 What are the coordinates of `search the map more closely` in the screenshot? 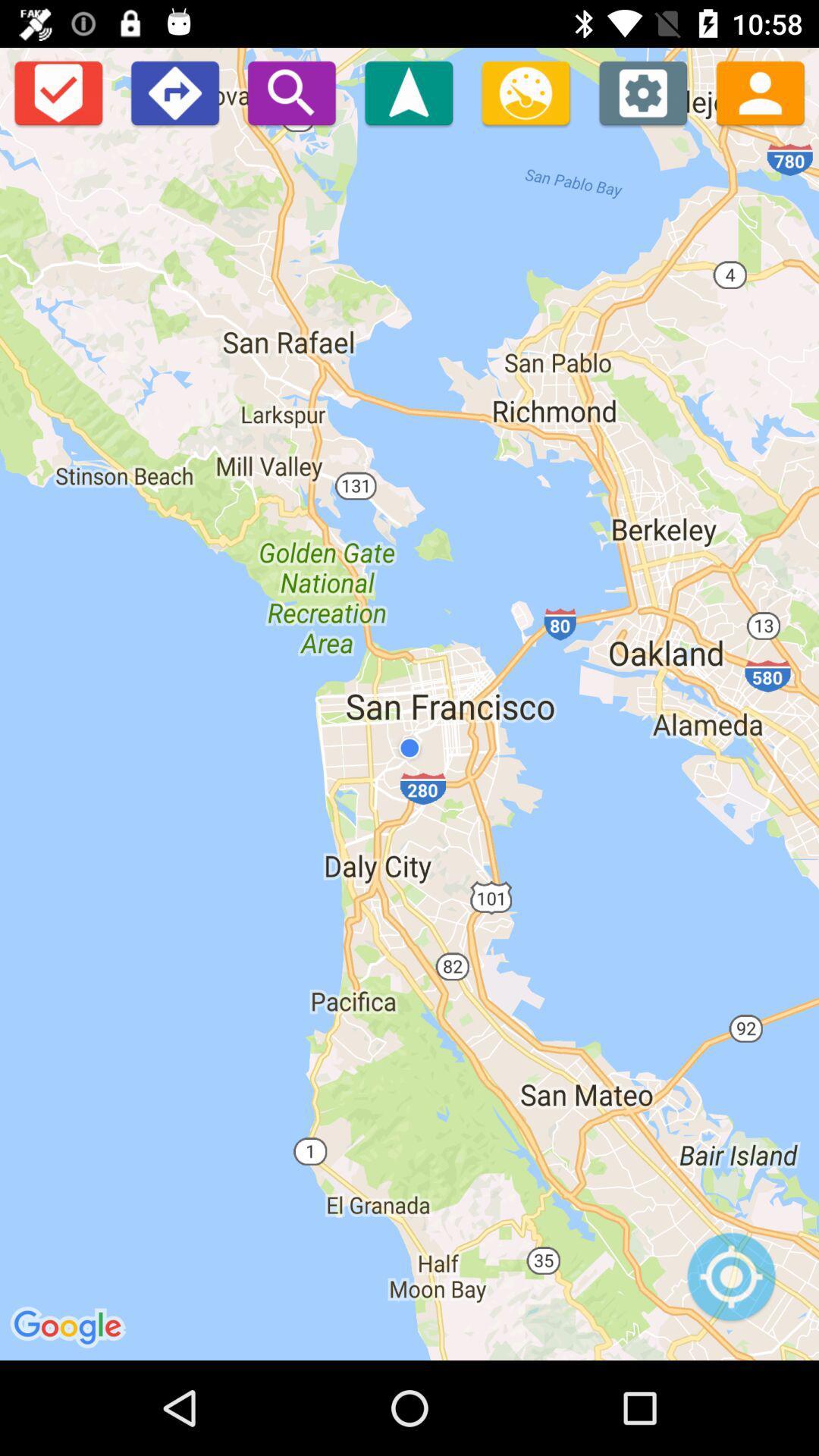 It's located at (291, 92).